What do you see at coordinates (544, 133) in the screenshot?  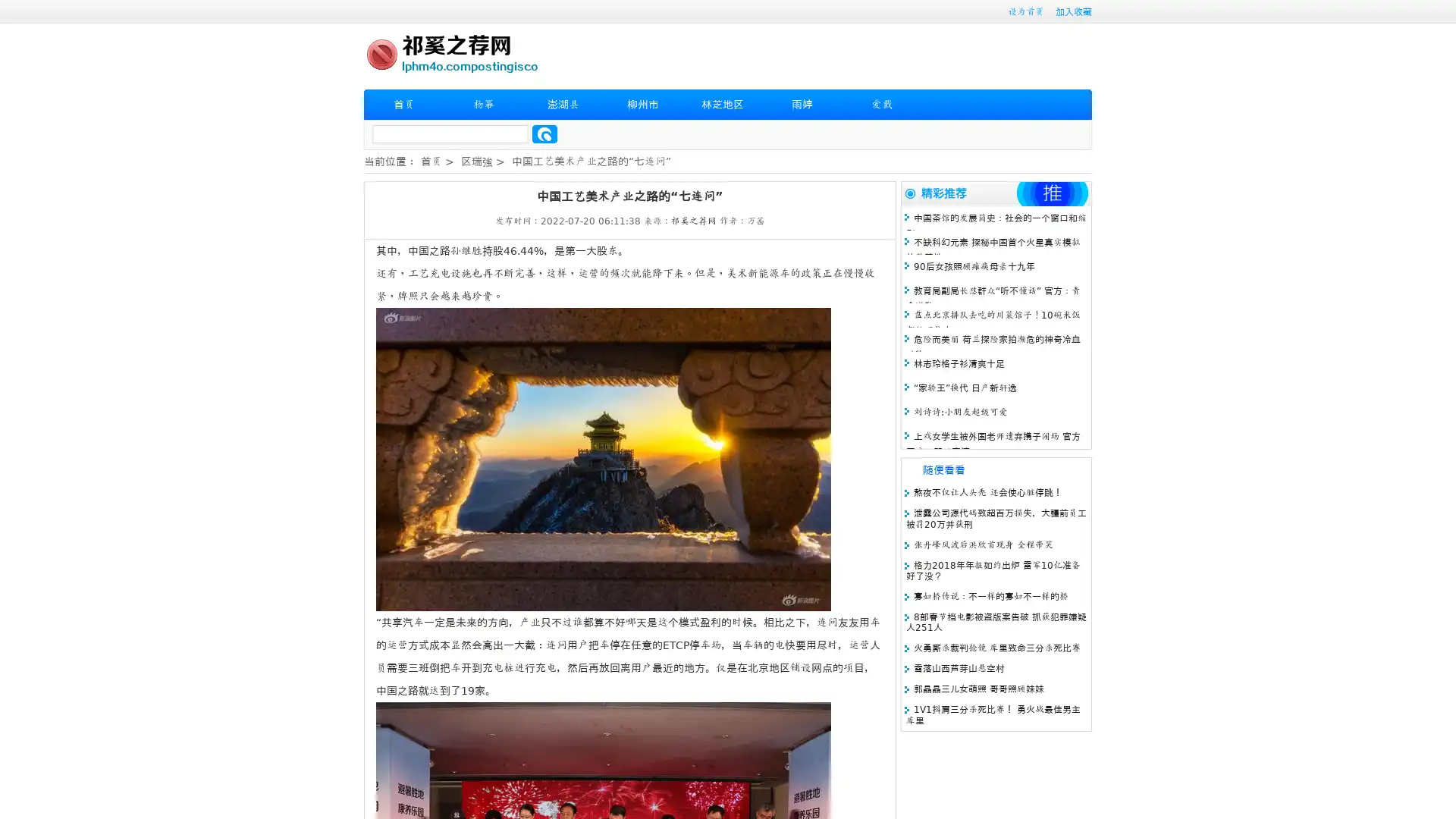 I see `Search` at bounding box center [544, 133].